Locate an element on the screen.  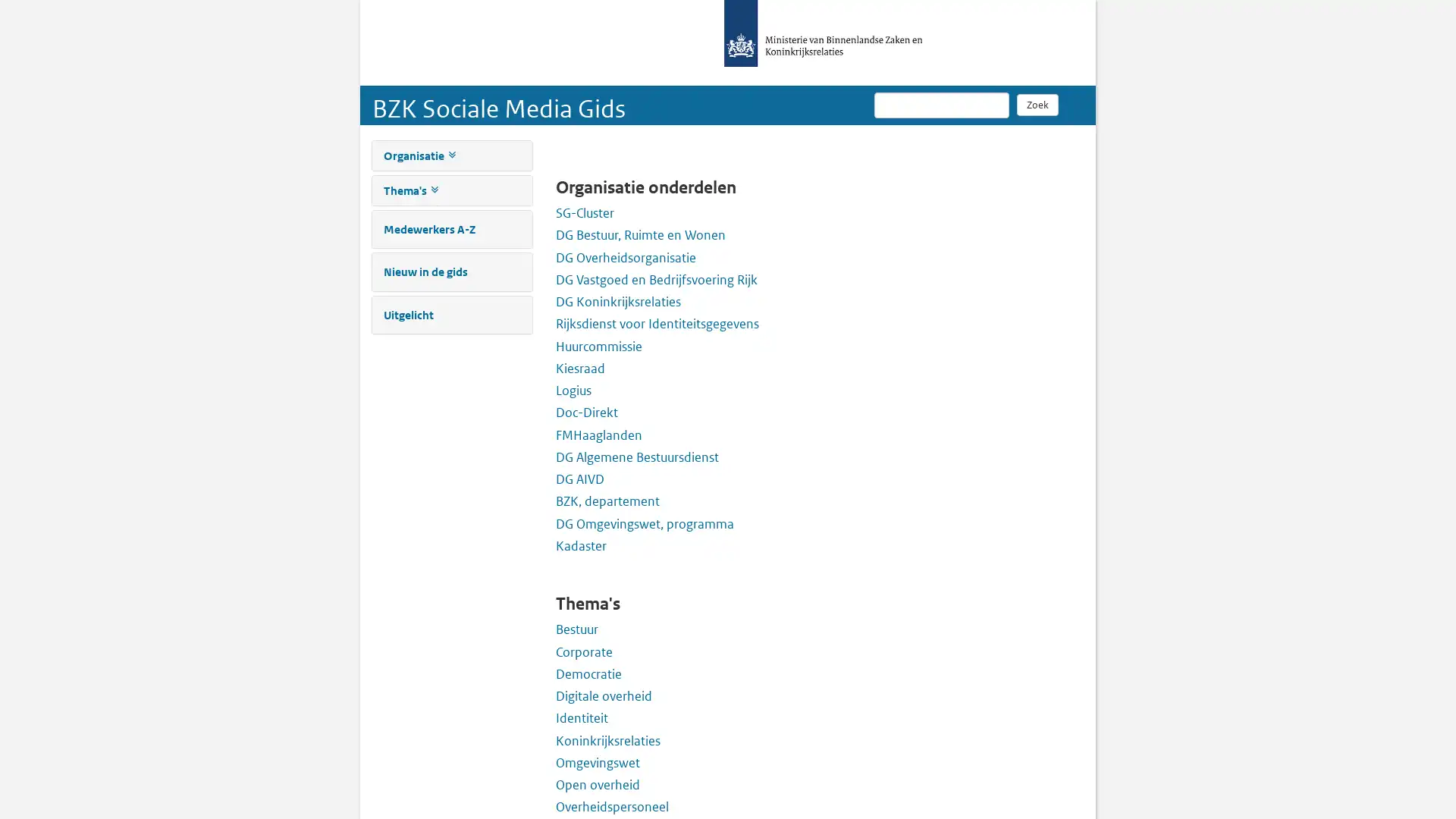
Thema's is located at coordinates (410, 190).